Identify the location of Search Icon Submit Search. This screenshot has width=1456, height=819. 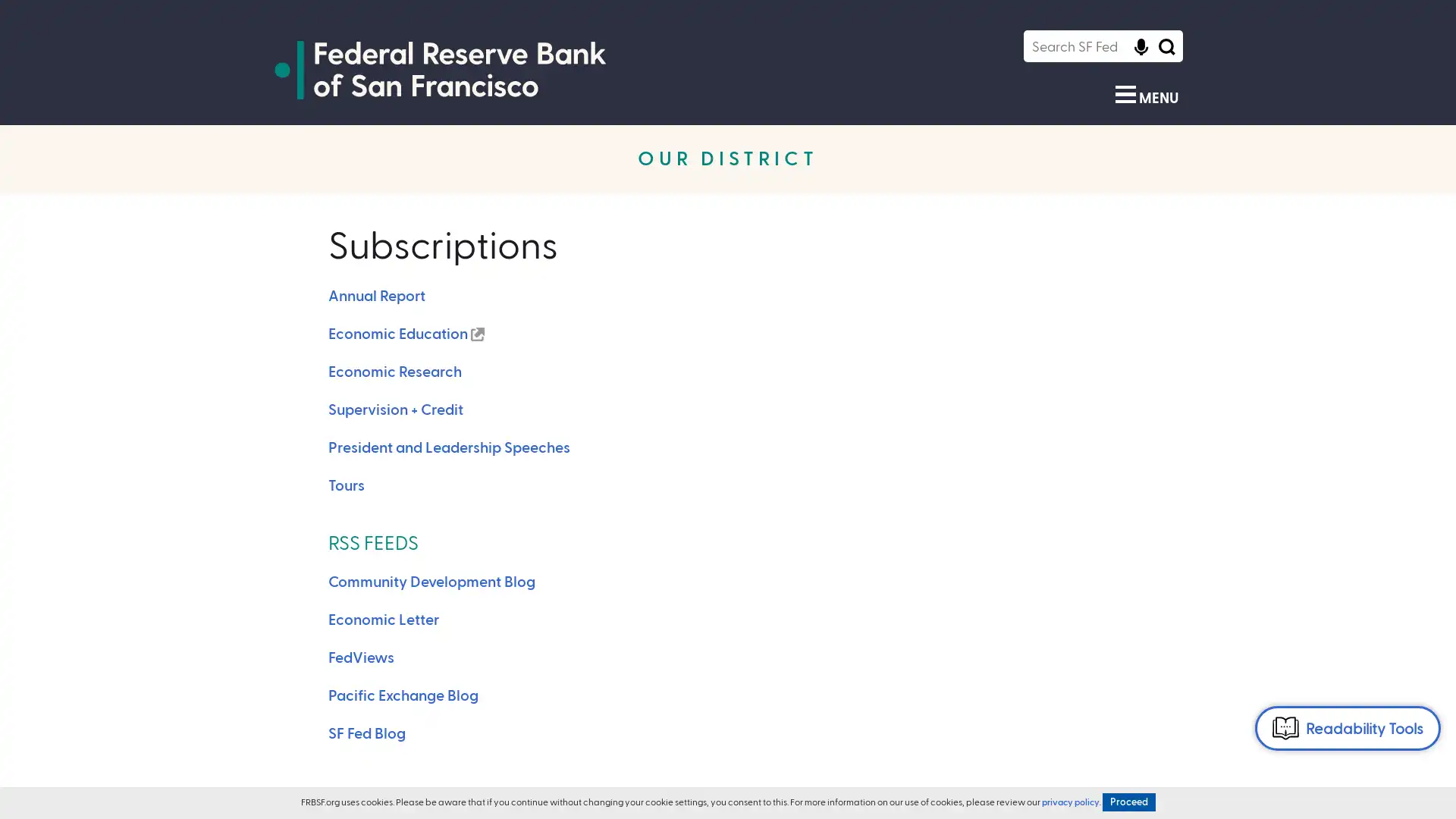
(1166, 45).